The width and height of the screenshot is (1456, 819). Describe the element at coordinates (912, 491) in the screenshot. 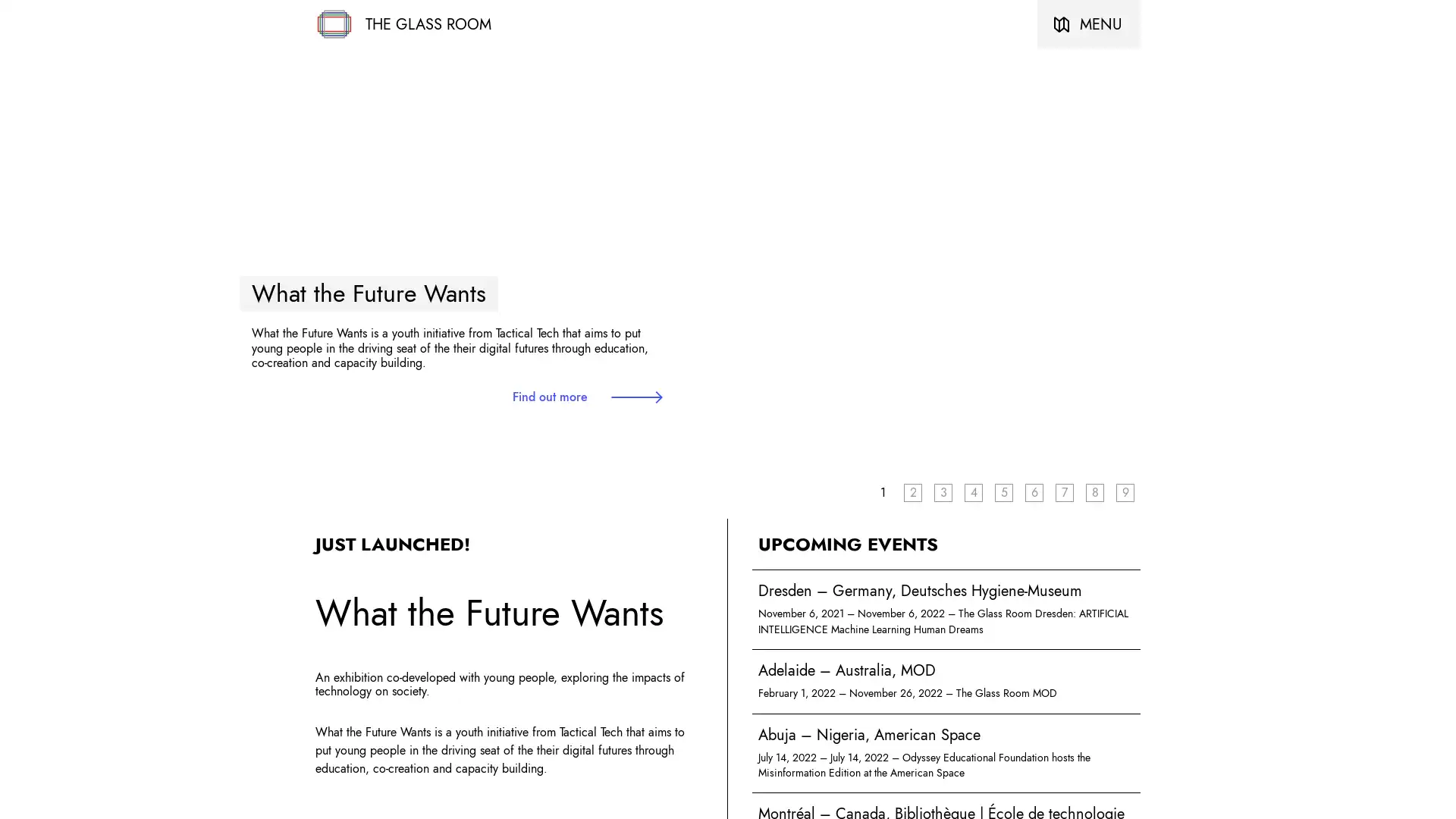

I see `slide item 2` at that location.